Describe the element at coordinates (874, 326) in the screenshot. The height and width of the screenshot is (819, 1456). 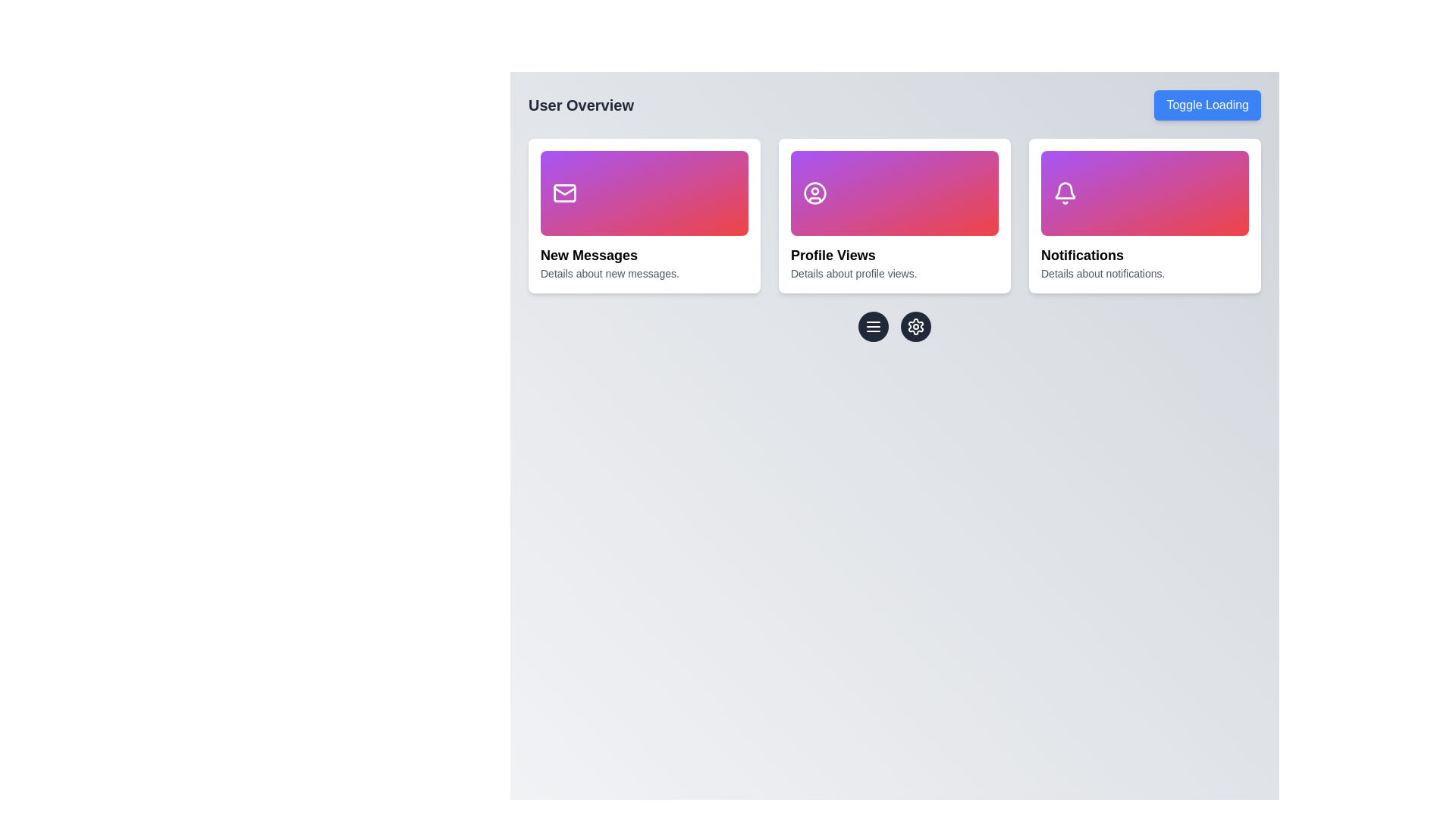
I see `the button located towards the bottom center of the interface, to the left of a similar circular button with a settings gear icon` at that location.